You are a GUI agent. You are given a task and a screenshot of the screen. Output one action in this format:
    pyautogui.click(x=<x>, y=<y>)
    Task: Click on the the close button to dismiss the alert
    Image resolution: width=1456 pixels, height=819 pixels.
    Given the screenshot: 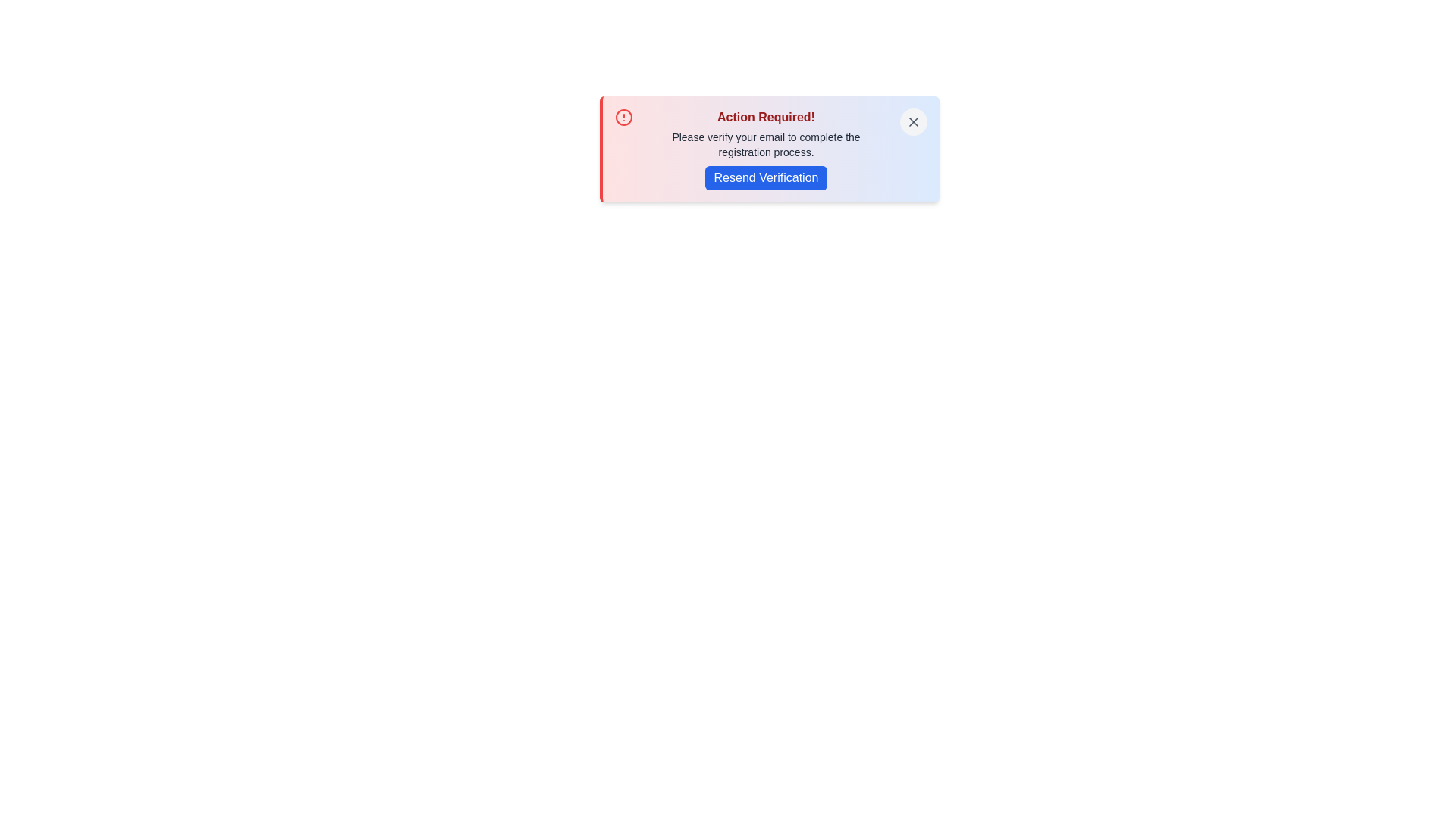 What is the action you would take?
    pyautogui.click(x=912, y=121)
    